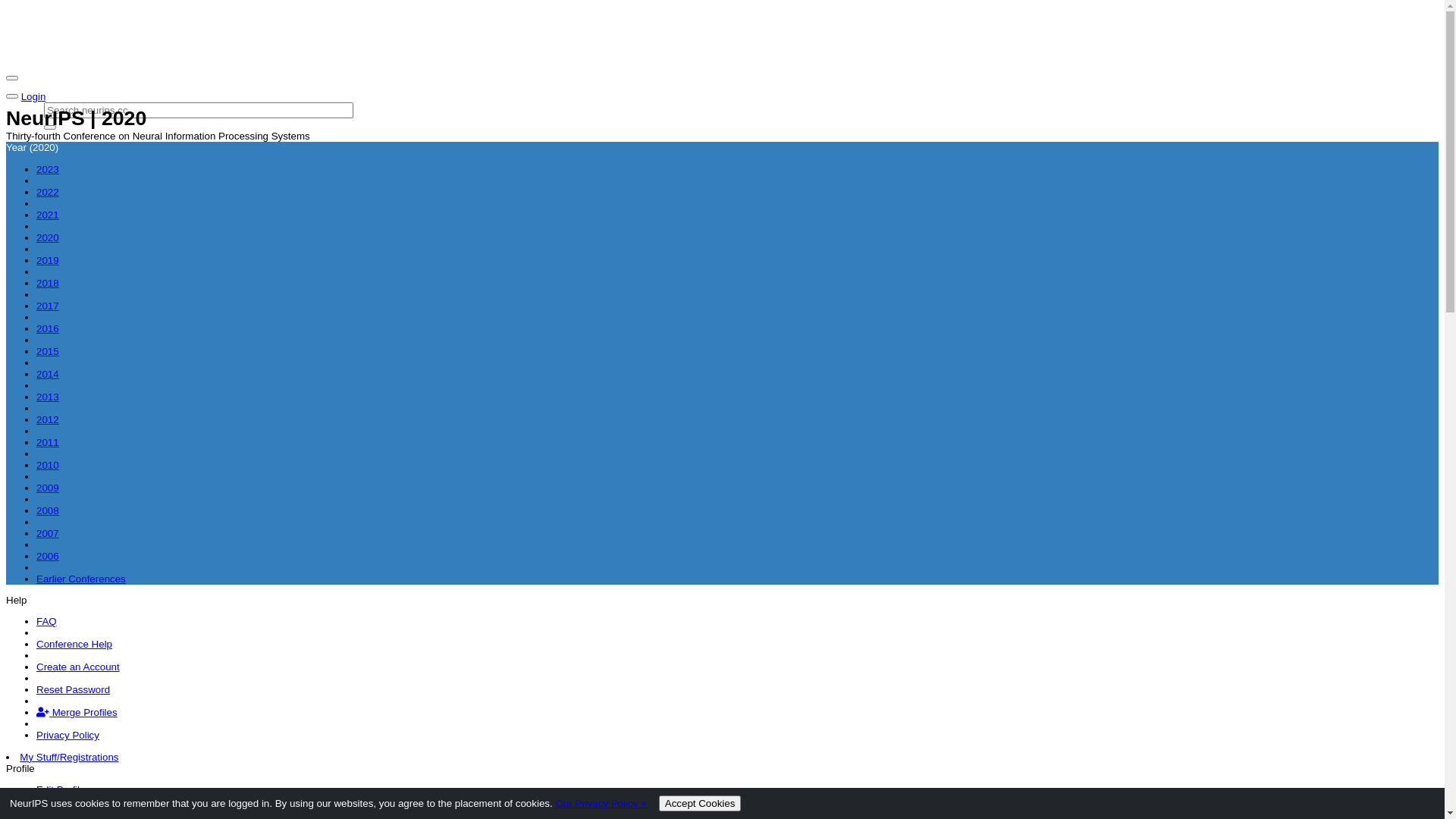 The height and width of the screenshot is (819, 1456). I want to click on 'Toggle navigation', so click(6, 96).